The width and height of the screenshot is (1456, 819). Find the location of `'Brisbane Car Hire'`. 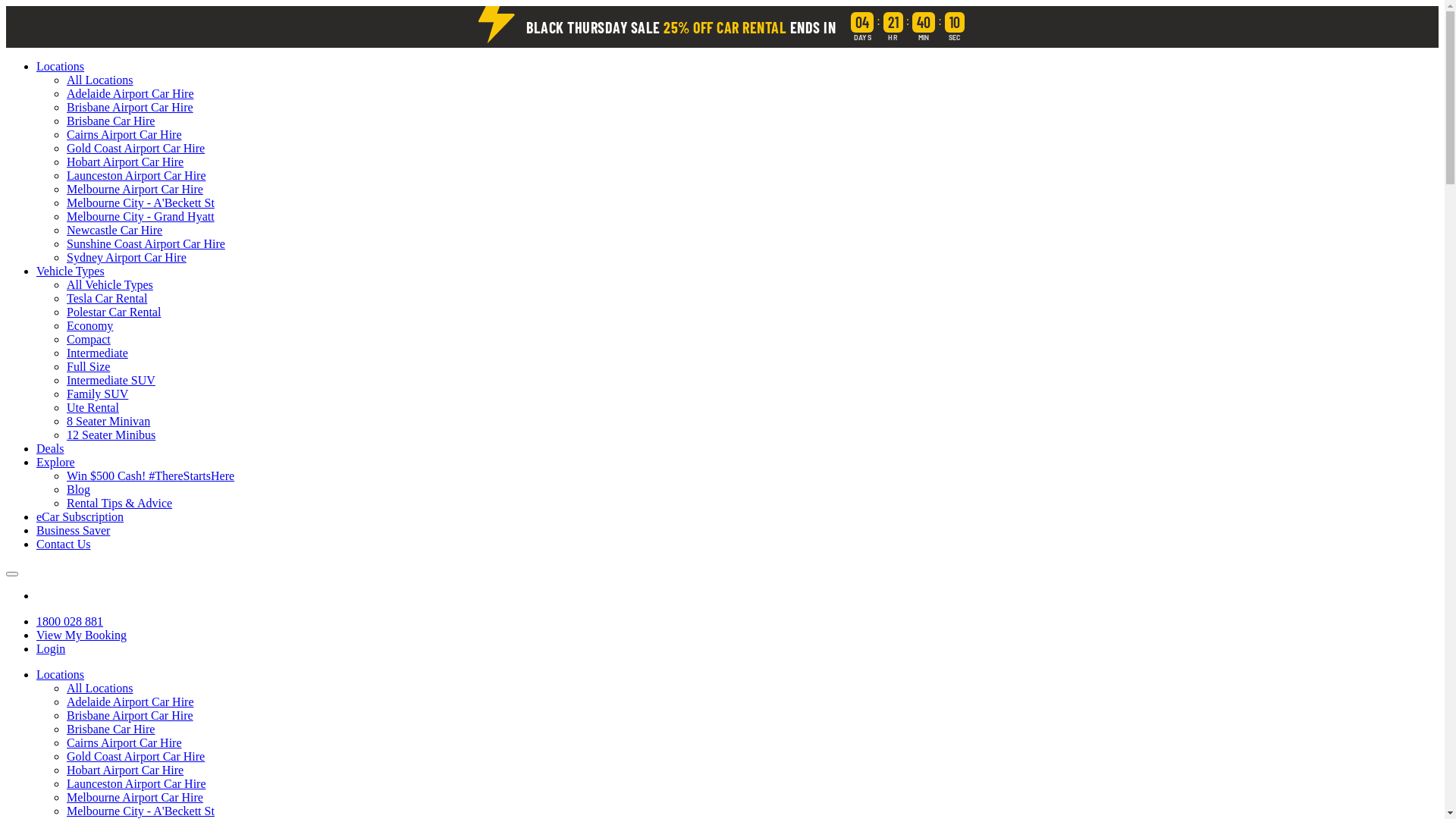

'Brisbane Car Hire' is located at coordinates (109, 120).